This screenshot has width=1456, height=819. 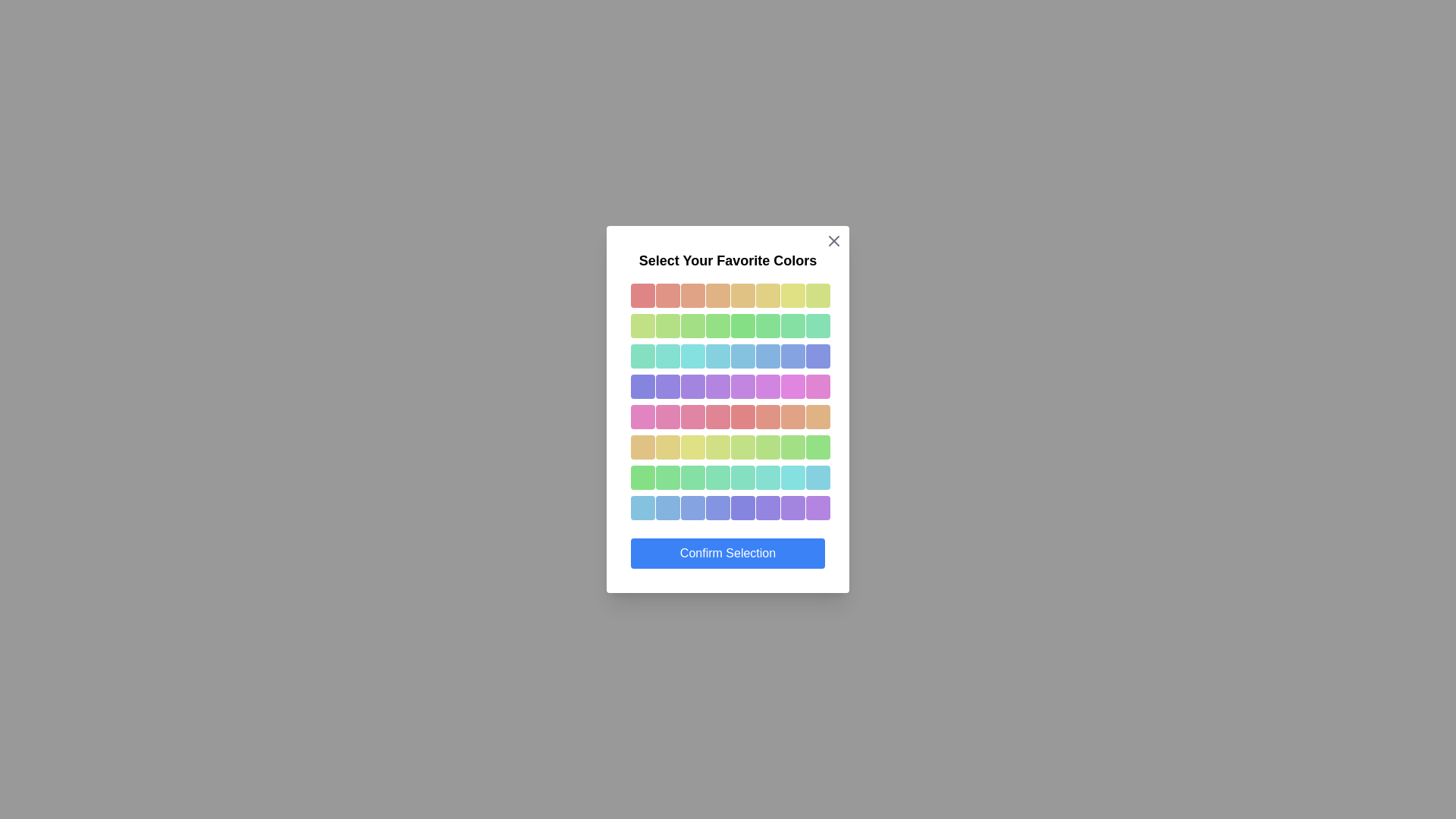 What do you see at coordinates (728, 553) in the screenshot?
I see `the 'Confirm Selection' button to finalize the color choices` at bounding box center [728, 553].